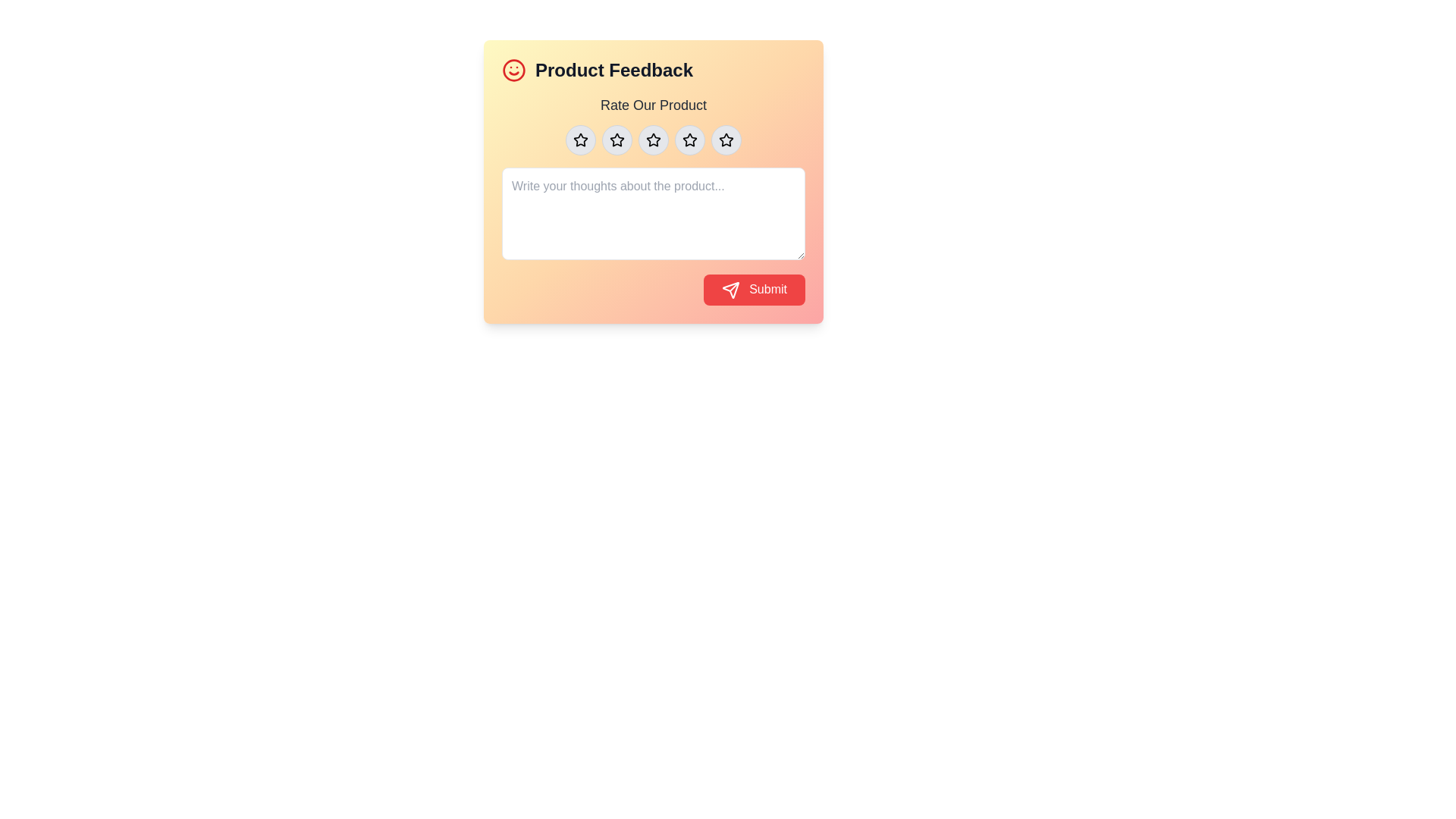 The width and height of the screenshot is (1456, 819). What do you see at coordinates (689, 140) in the screenshot?
I see `the fourth star icon in the 'Rate Our Product' section` at bounding box center [689, 140].